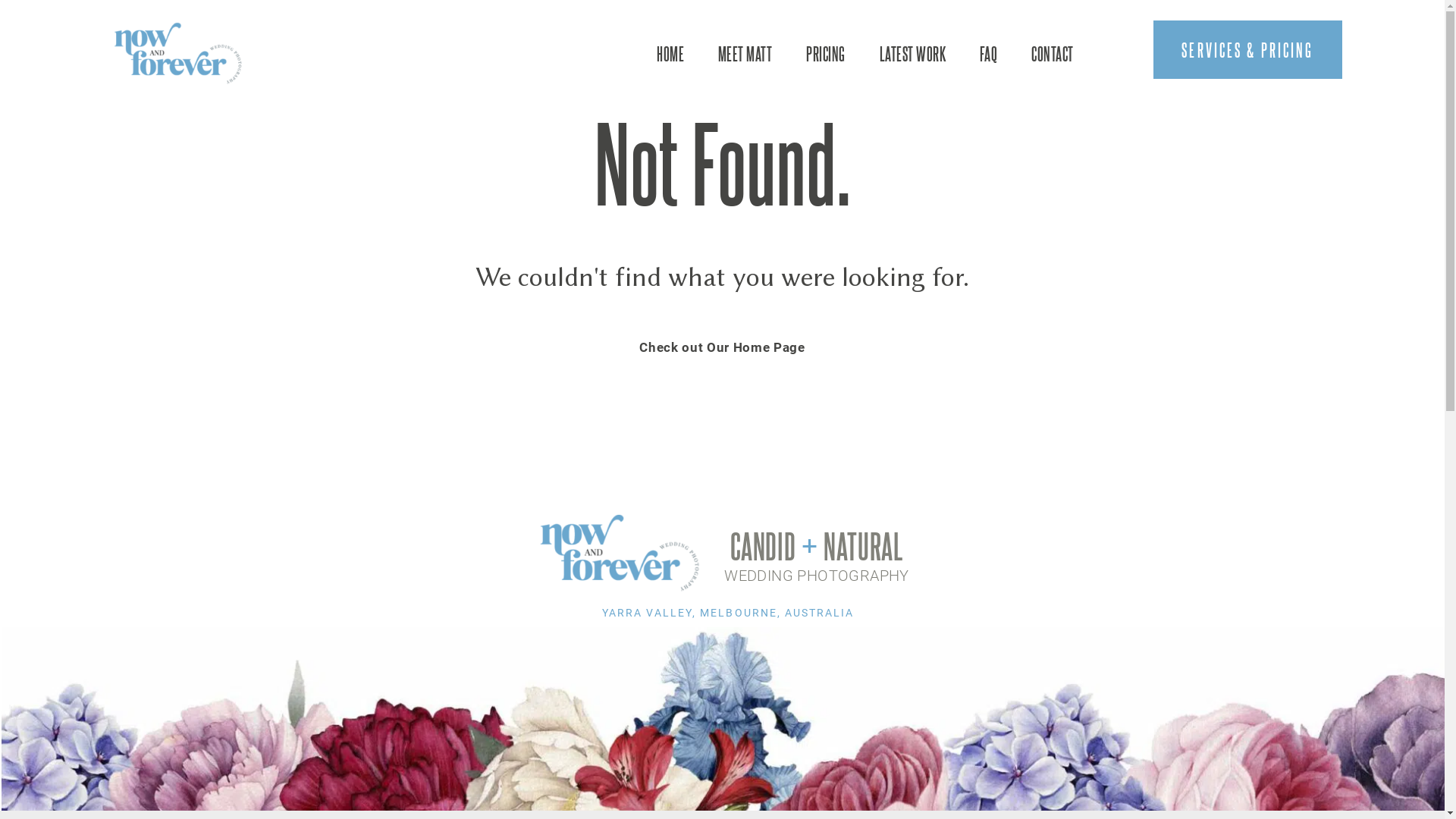  I want to click on 'FAQ', so click(988, 52).